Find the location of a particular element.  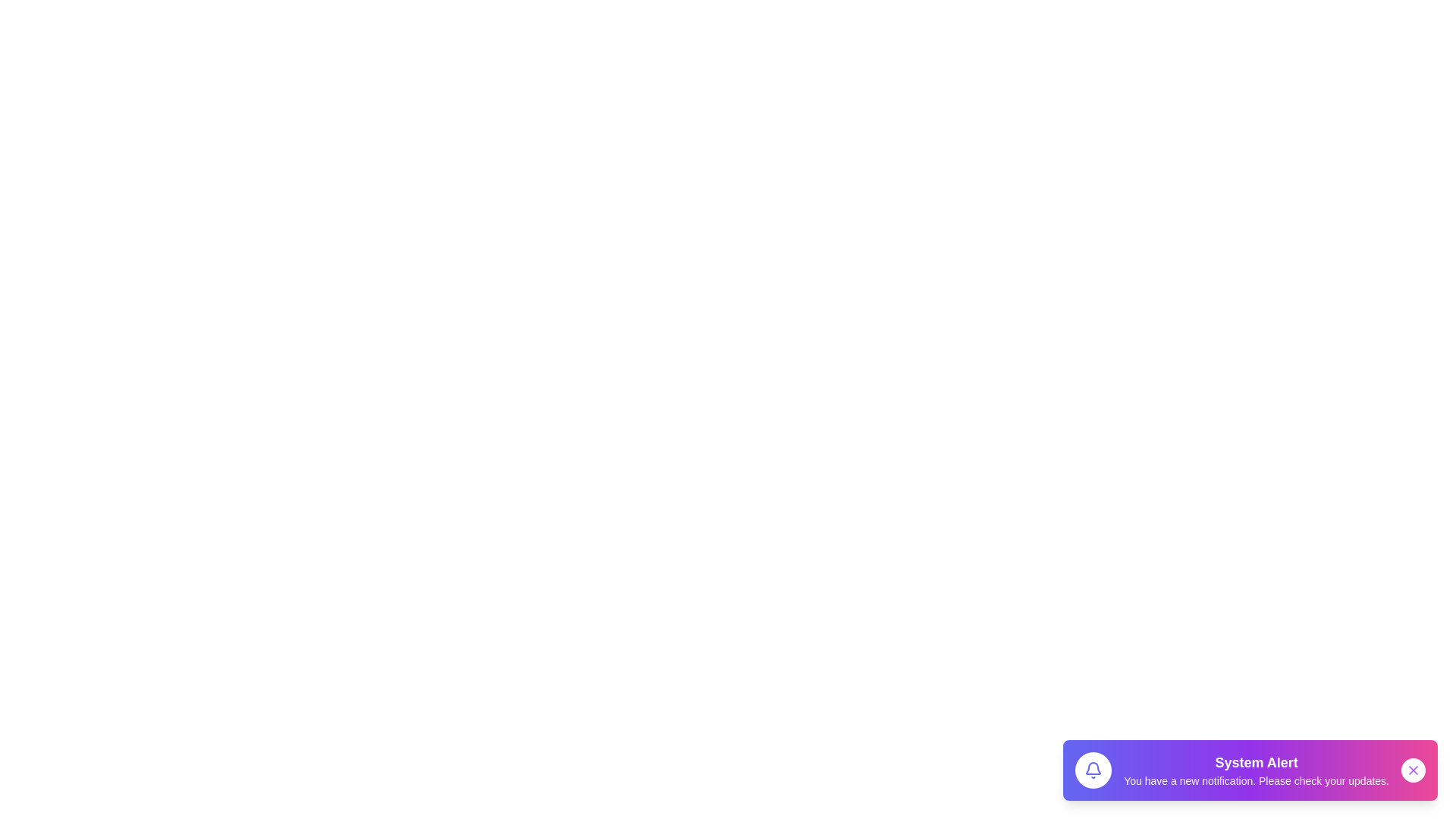

the bell icon to inspect or trigger associated actions is located at coordinates (1093, 770).